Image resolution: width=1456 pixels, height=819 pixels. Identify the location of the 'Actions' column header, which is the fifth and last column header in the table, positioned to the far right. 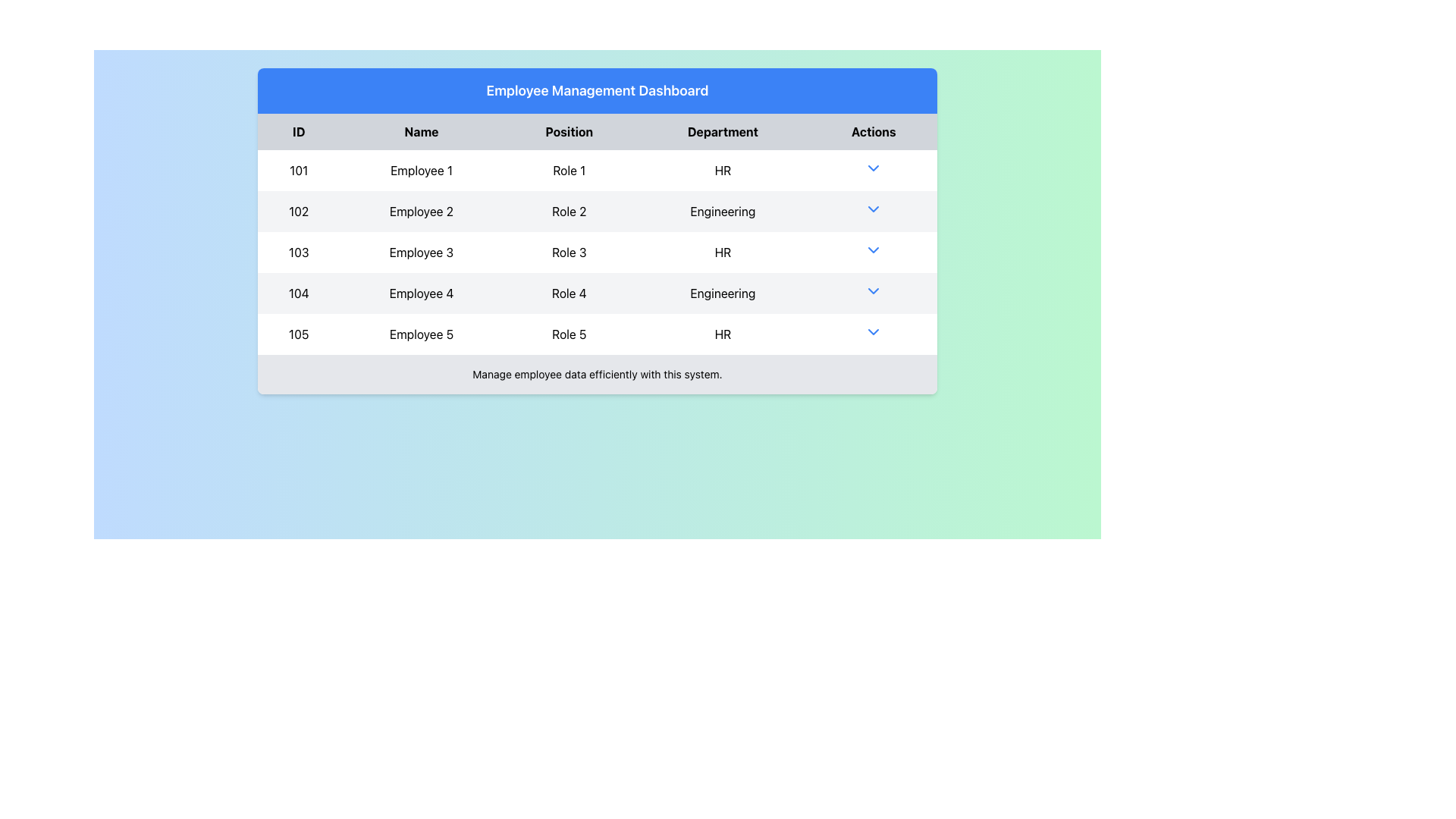
(874, 130).